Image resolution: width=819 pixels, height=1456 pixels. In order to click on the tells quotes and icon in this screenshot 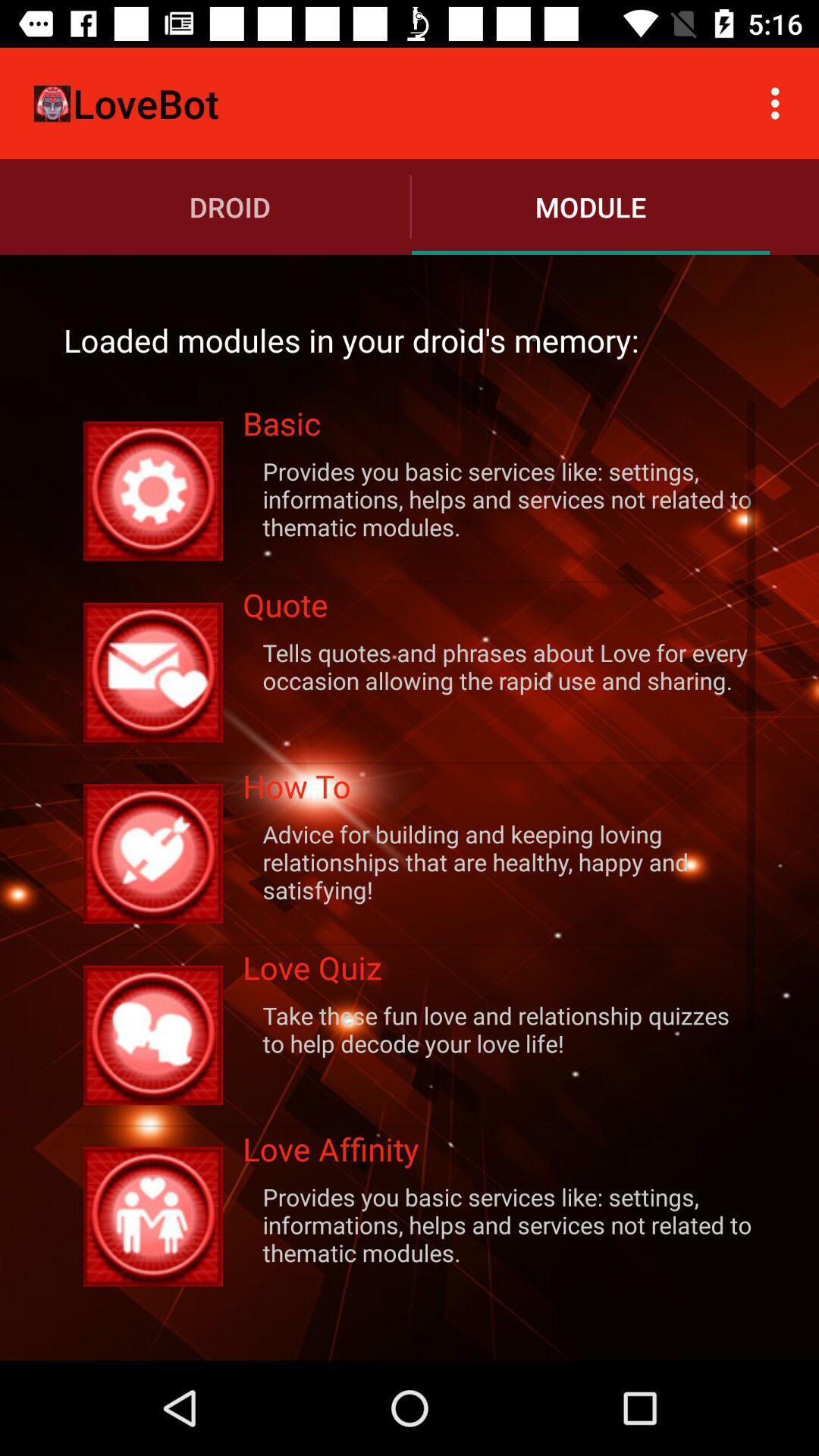, I will do `click(499, 666)`.